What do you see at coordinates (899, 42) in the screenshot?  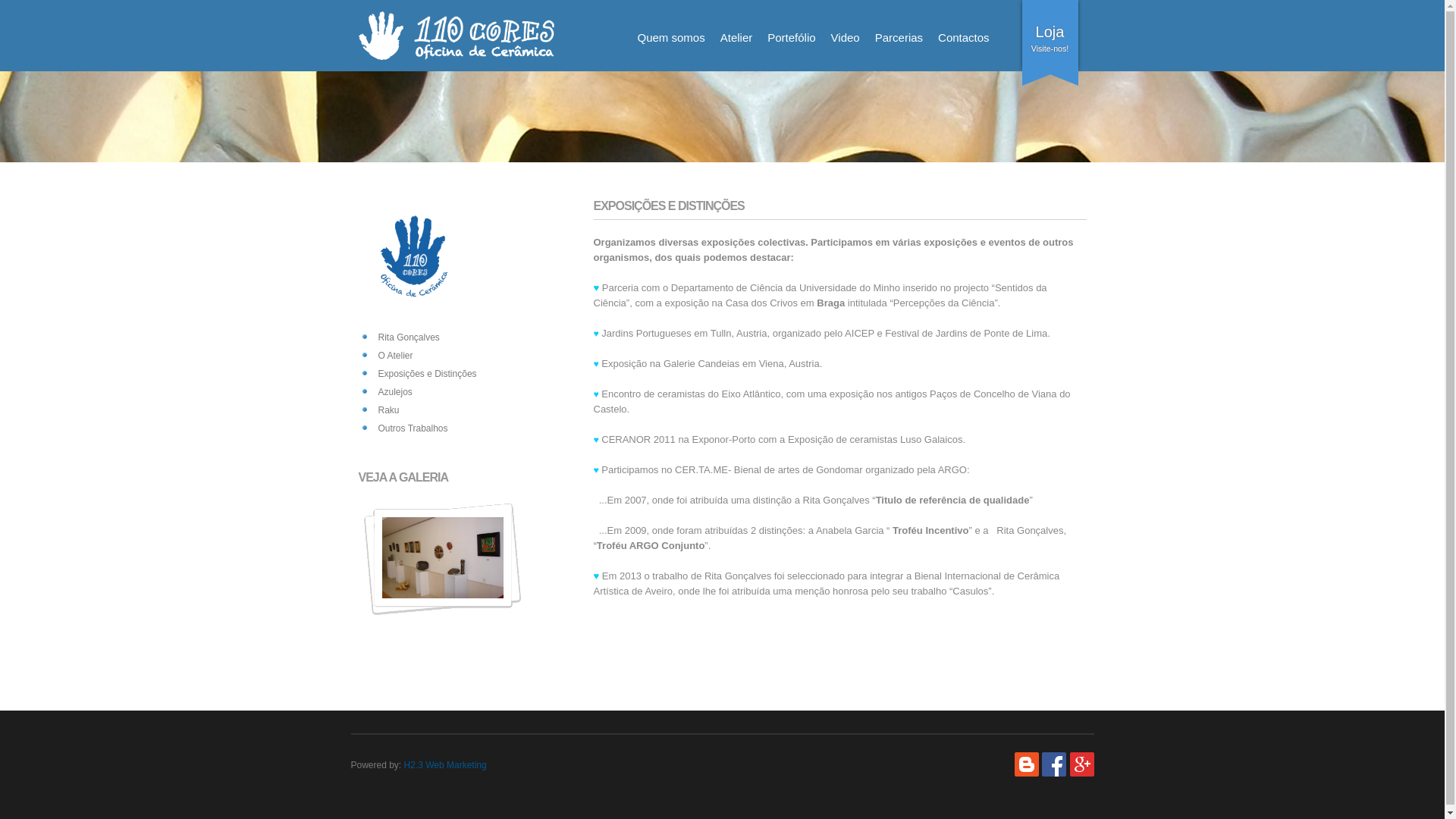 I see `'Parcerias'` at bounding box center [899, 42].